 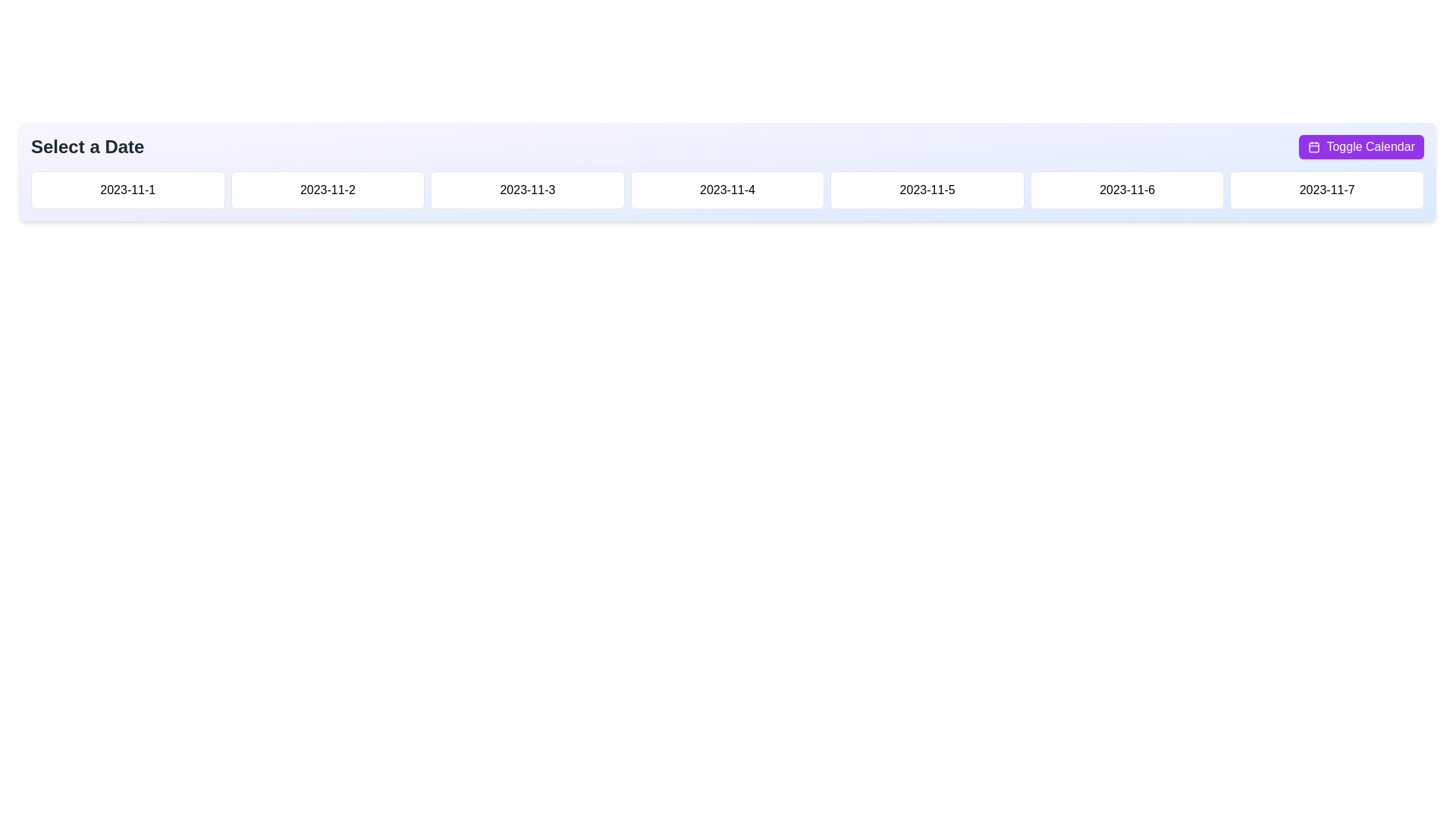 What do you see at coordinates (1313, 146) in the screenshot?
I see `the calendar icon, which has a square border and white strokes on a purple background, positioned to the left of the 'Toggle Calendar' button` at bounding box center [1313, 146].